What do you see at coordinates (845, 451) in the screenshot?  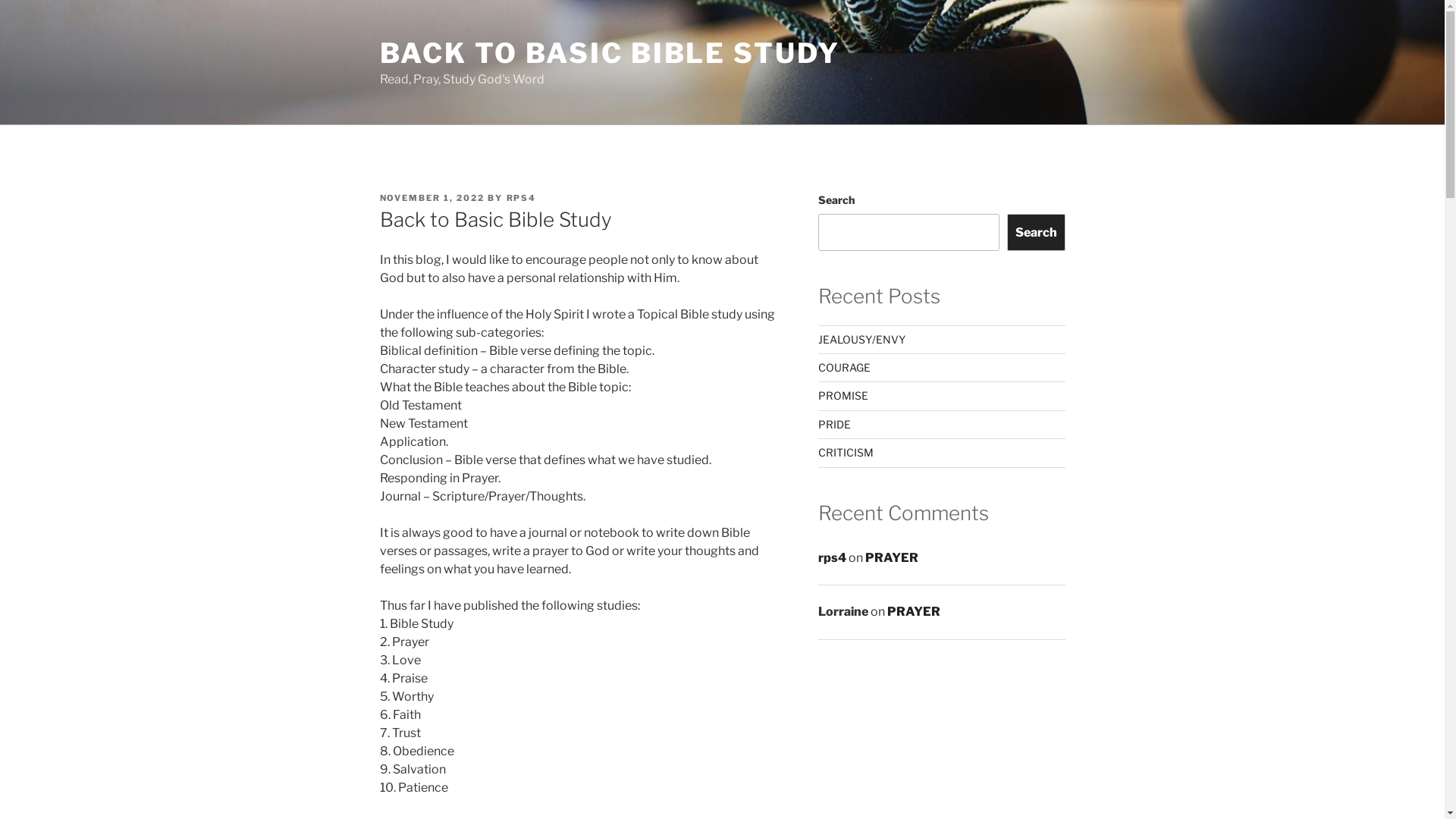 I see `'CRITICISM'` at bounding box center [845, 451].